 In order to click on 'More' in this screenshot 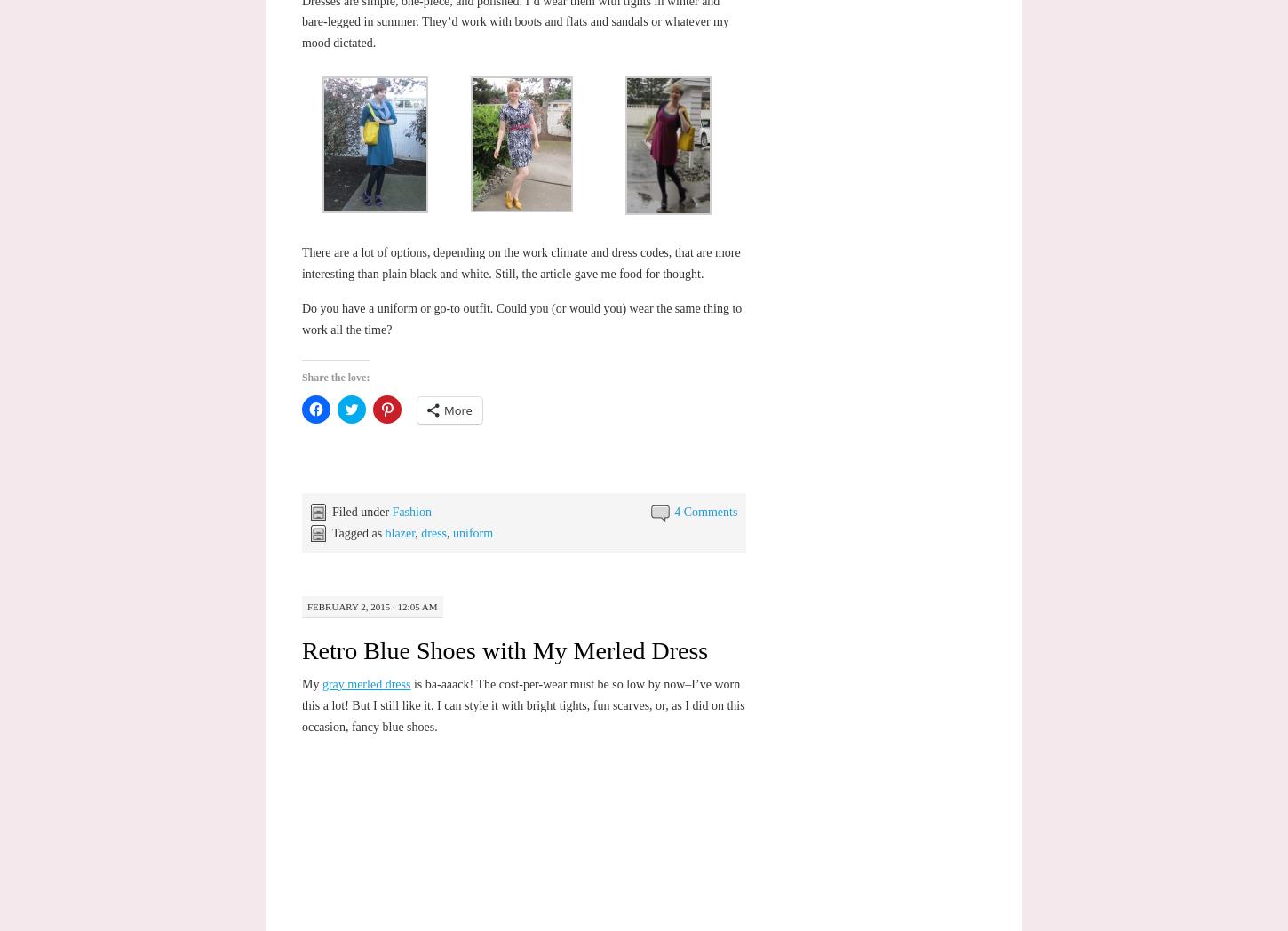, I will do `click(457, 409)`.